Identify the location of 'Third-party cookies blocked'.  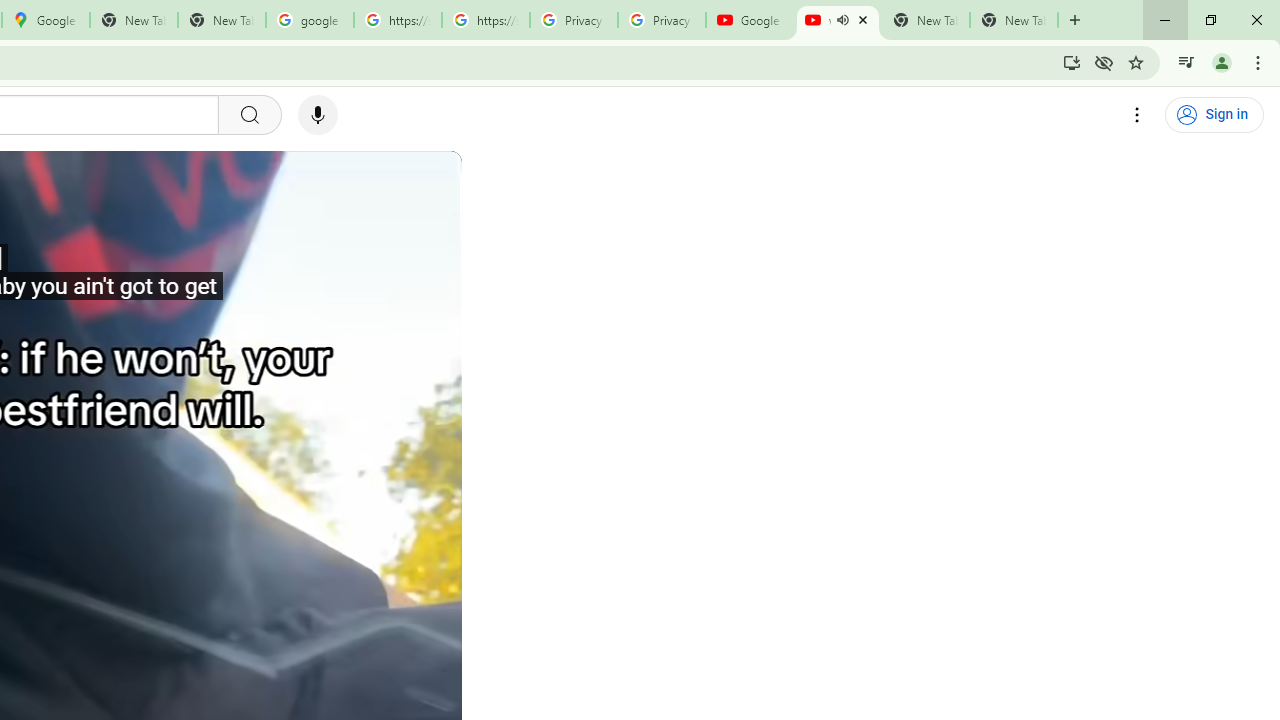
(1103, 61).